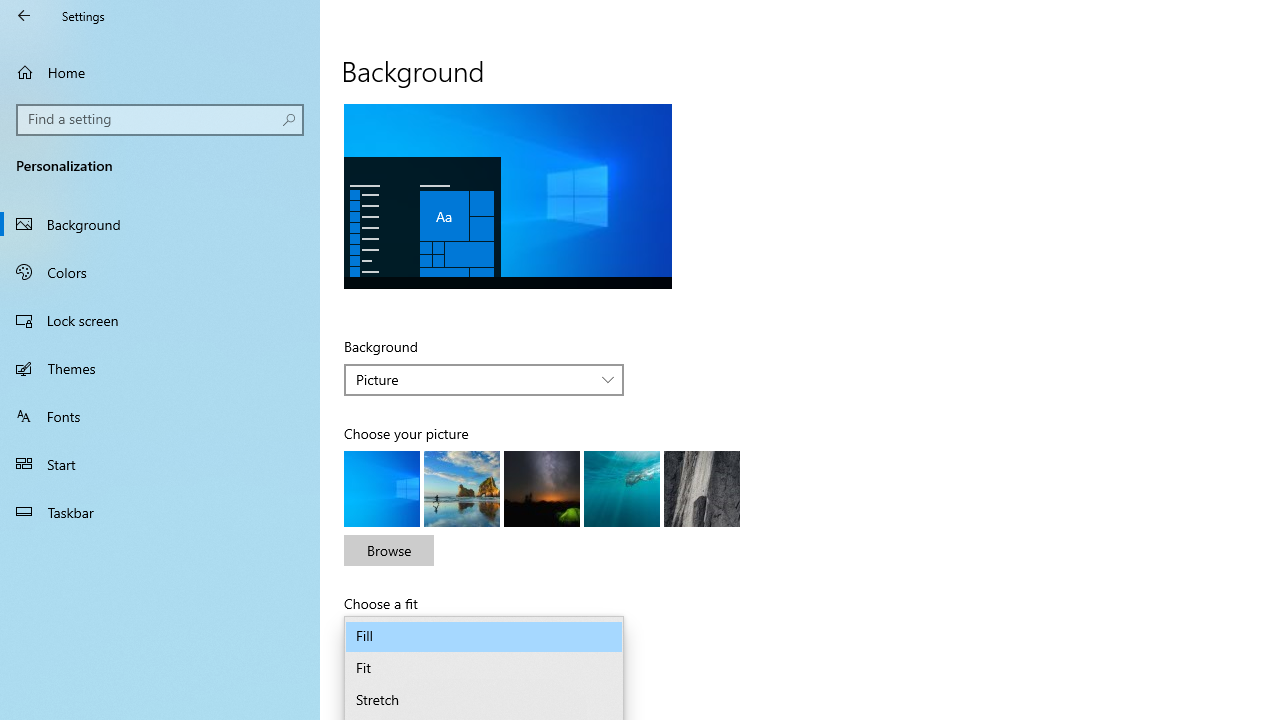  I want to click on 'Search box, Find a setting', so click(160, 119).